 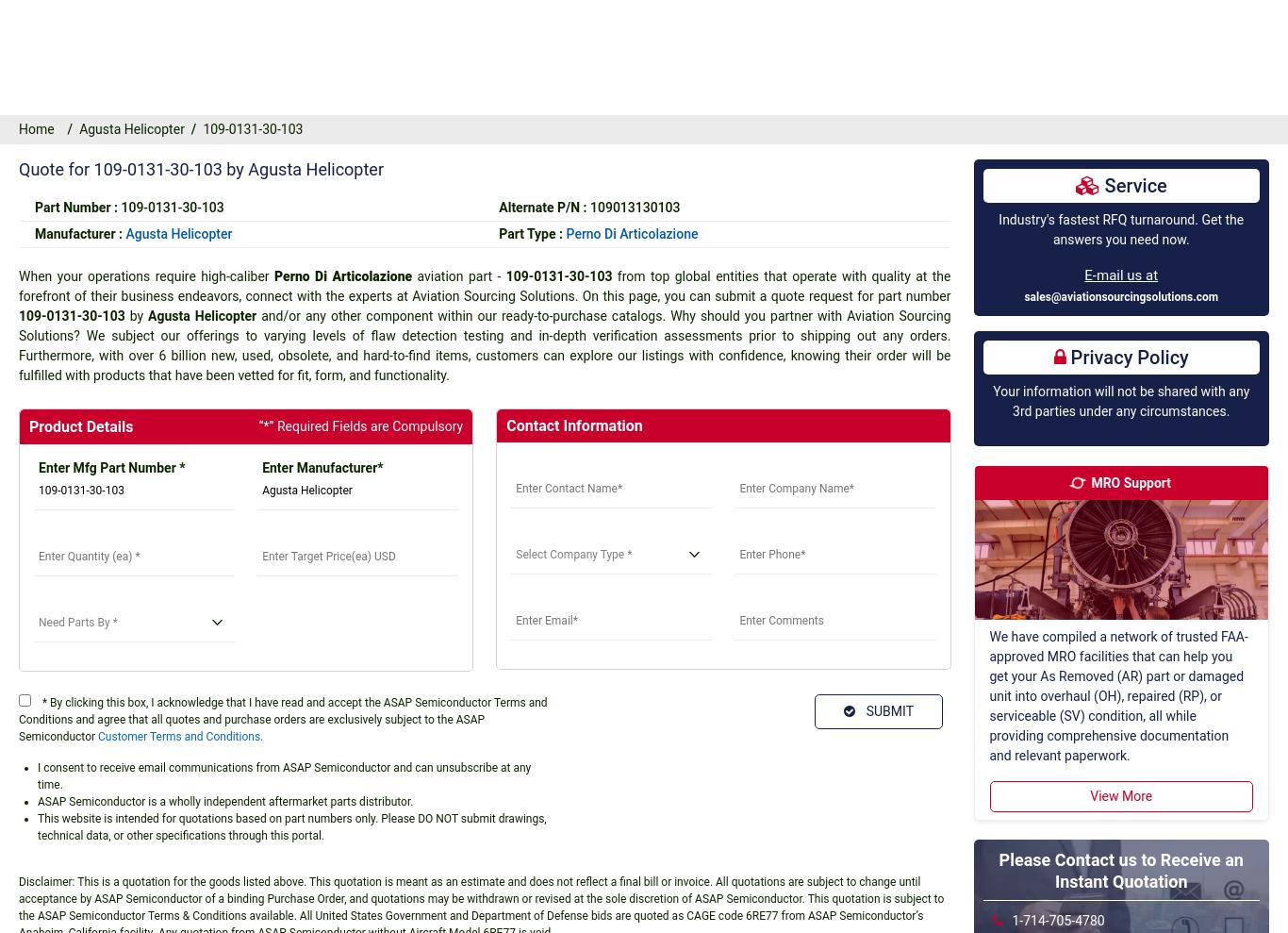 What do you see at coordinates (273, 783) in the screenshot?
I see `'NO CHINA SOURCING Pledge'` at bounding box center [273, 783].